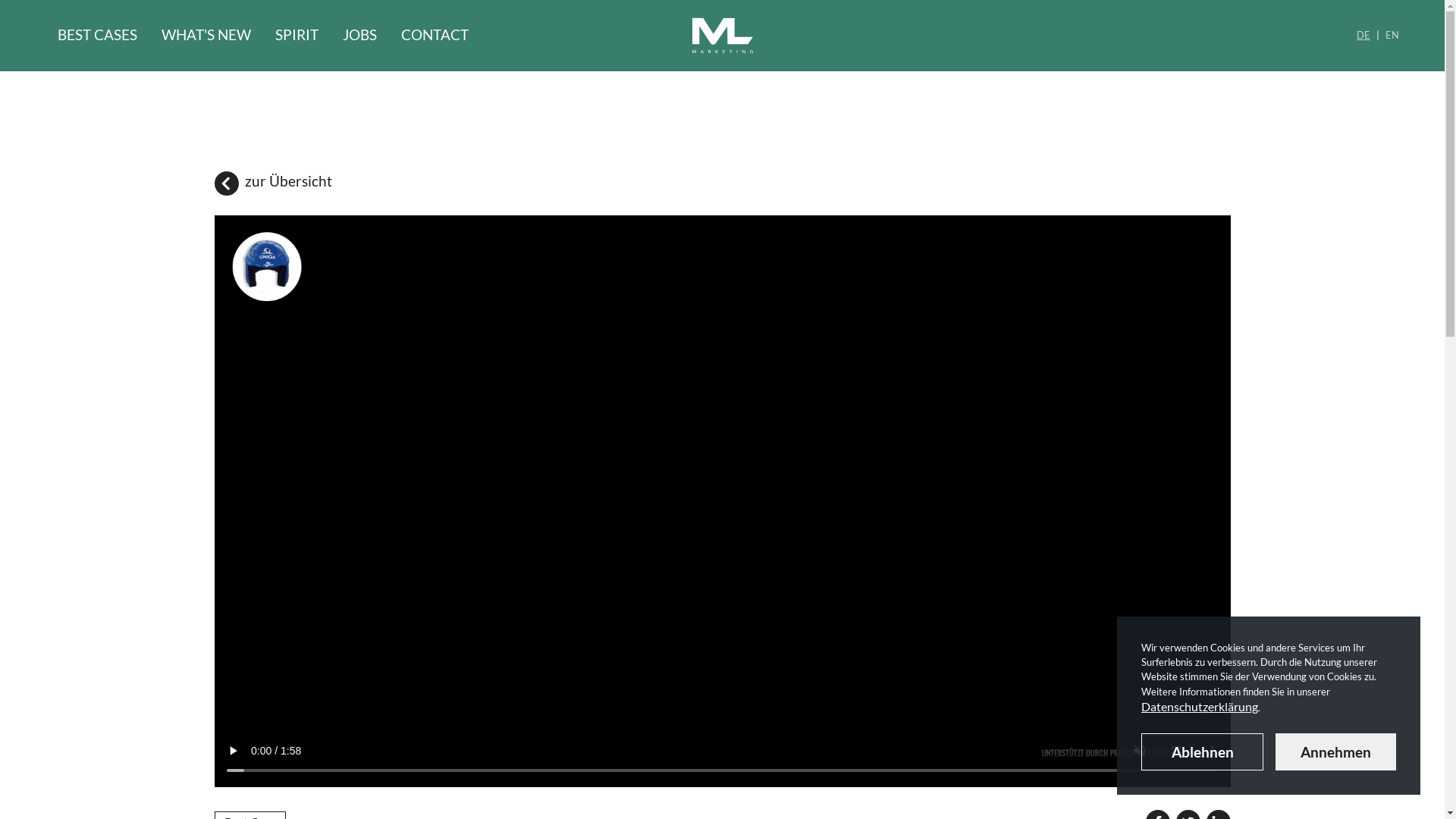  Describe the element at coordinates (58, 35) in the screenshot. I see `'BEST CASES'` at that location.